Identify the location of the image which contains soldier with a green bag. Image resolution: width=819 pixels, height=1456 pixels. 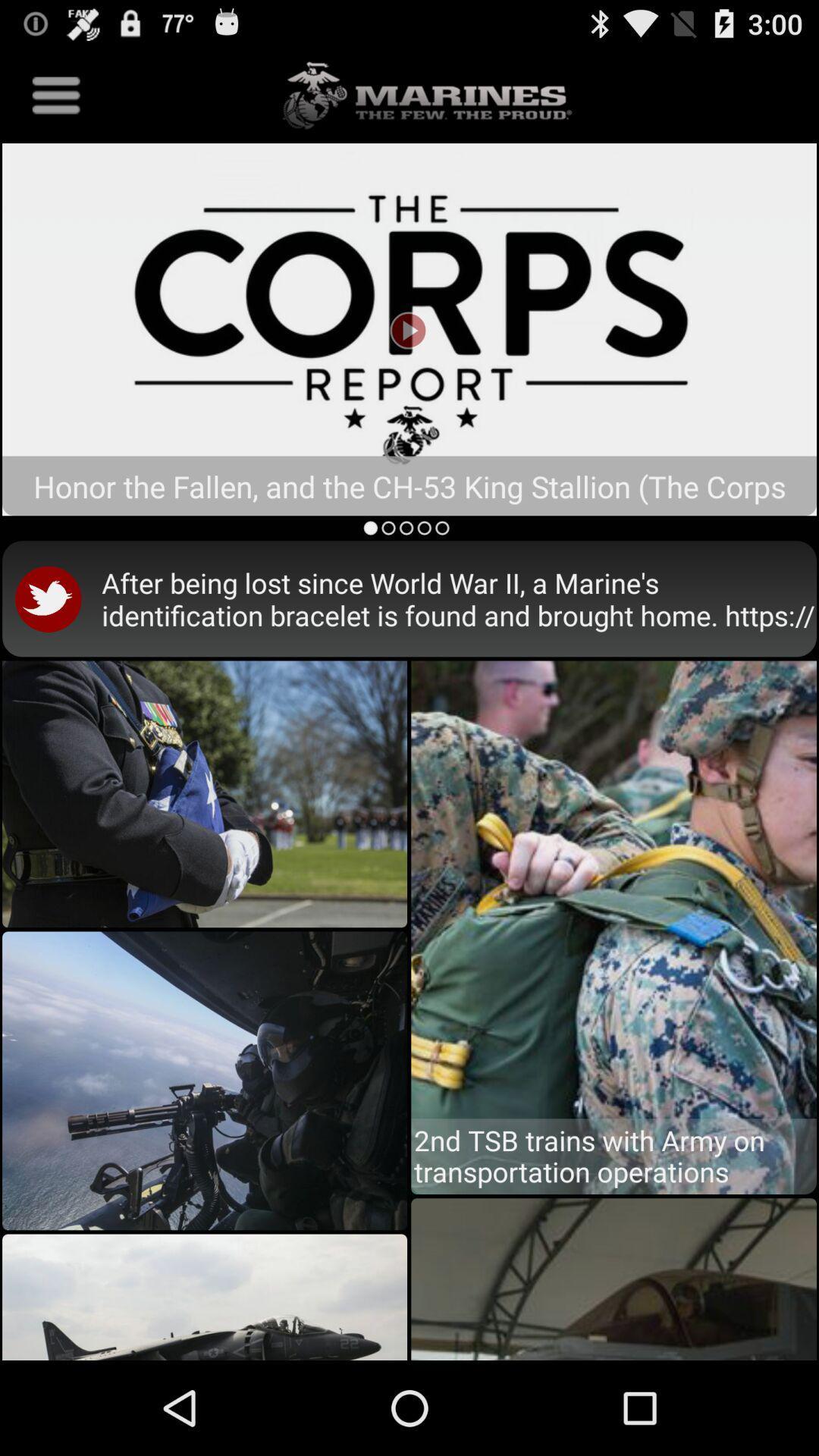
(613, 903).